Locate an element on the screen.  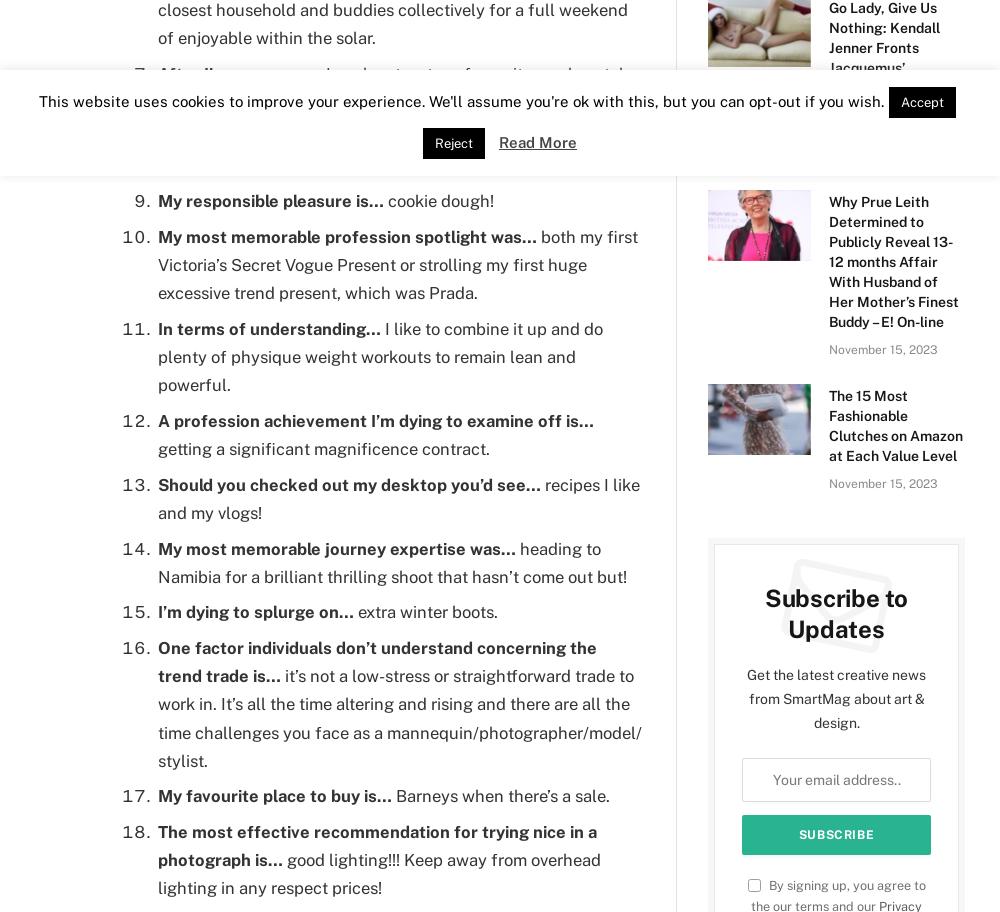
'stylist.' is located at coordinates (158, 758).